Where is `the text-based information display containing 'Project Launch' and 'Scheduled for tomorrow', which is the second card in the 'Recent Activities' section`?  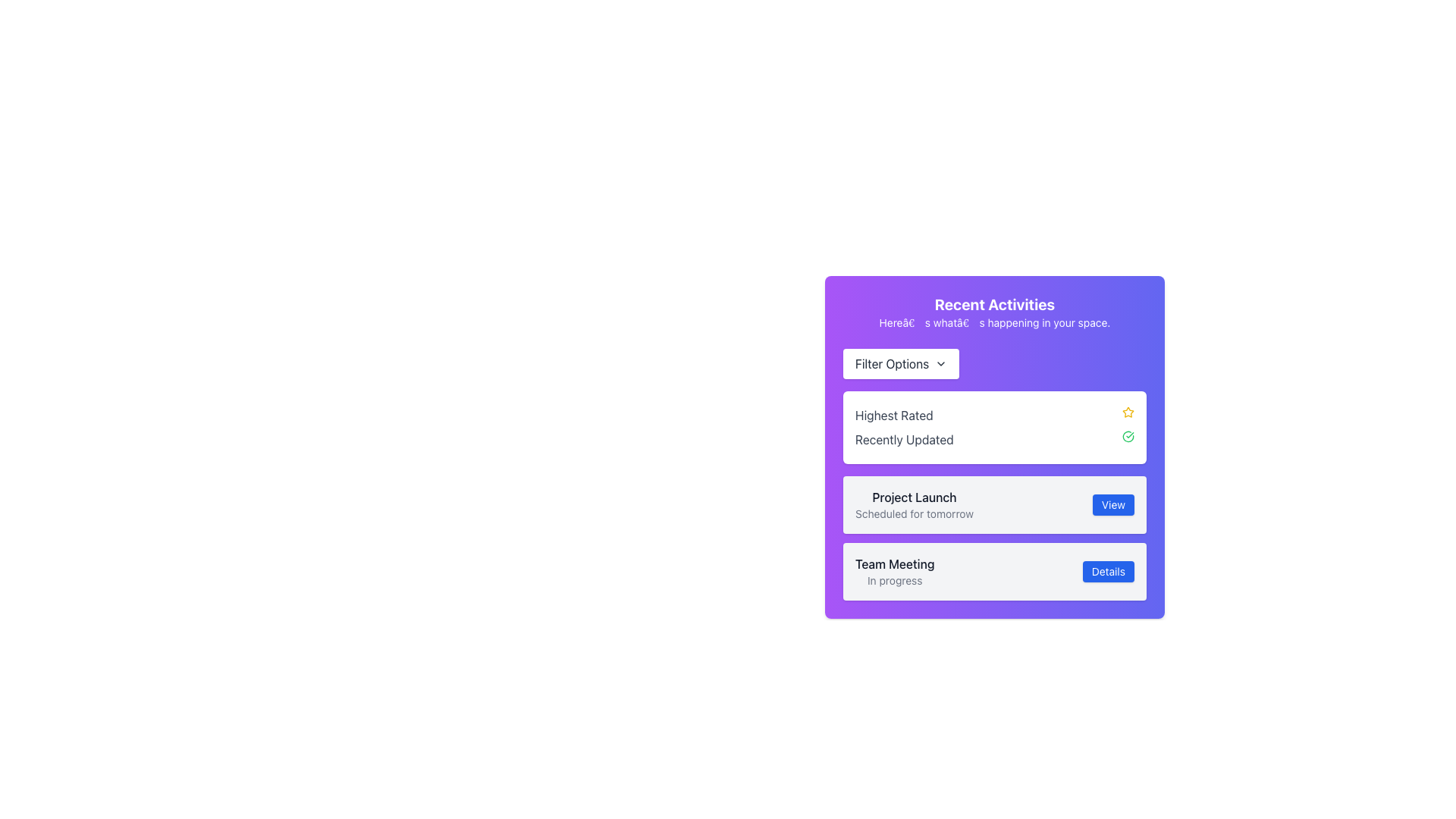
the text-based information display containing 'Project Launch' and 'Scheduled for tomorrow', which is the second card in the 'Recent Activities' section is located at coordinates (913, 505).